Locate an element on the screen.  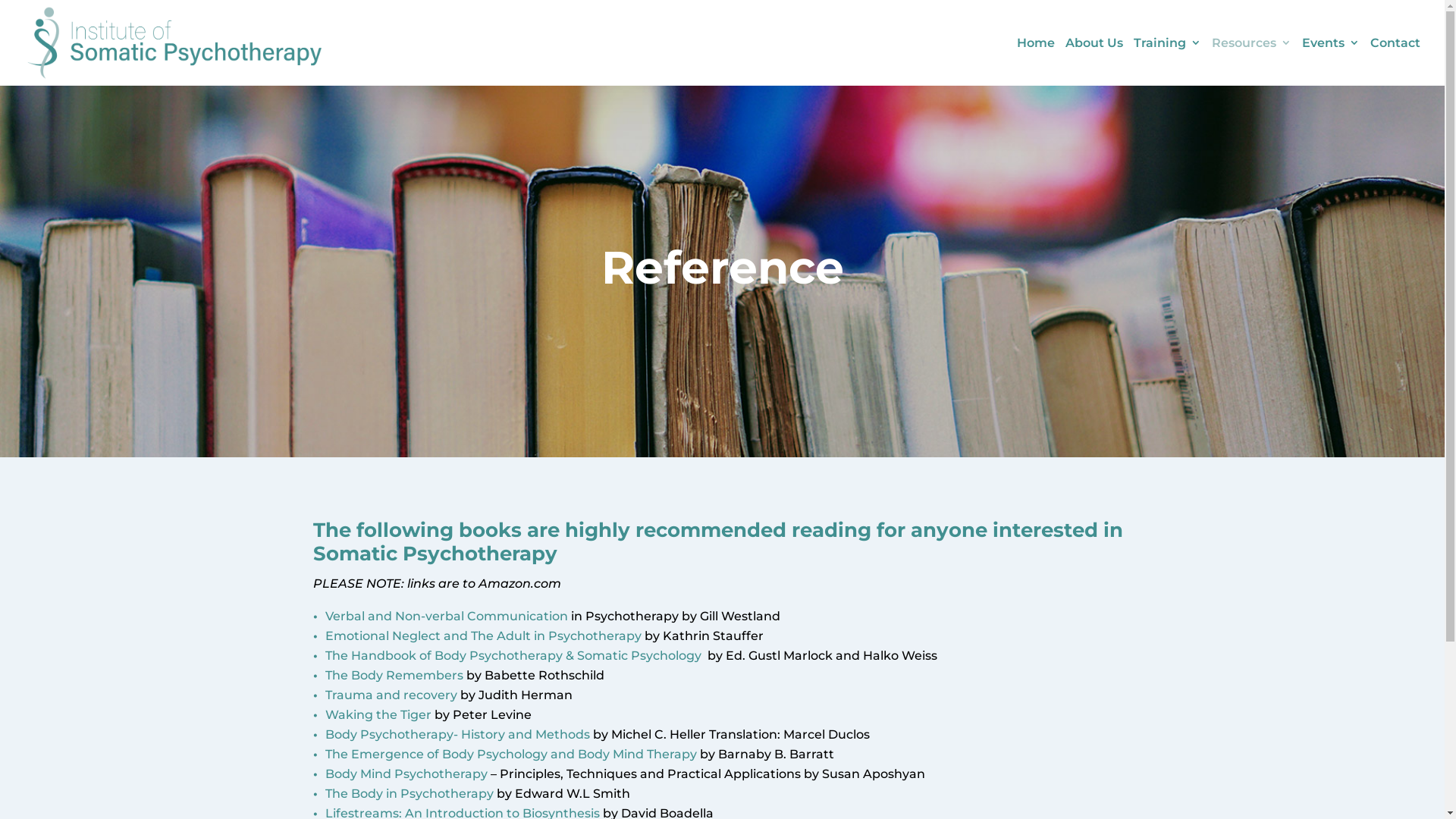
'Resources' is located at coordinates (1211, 61).